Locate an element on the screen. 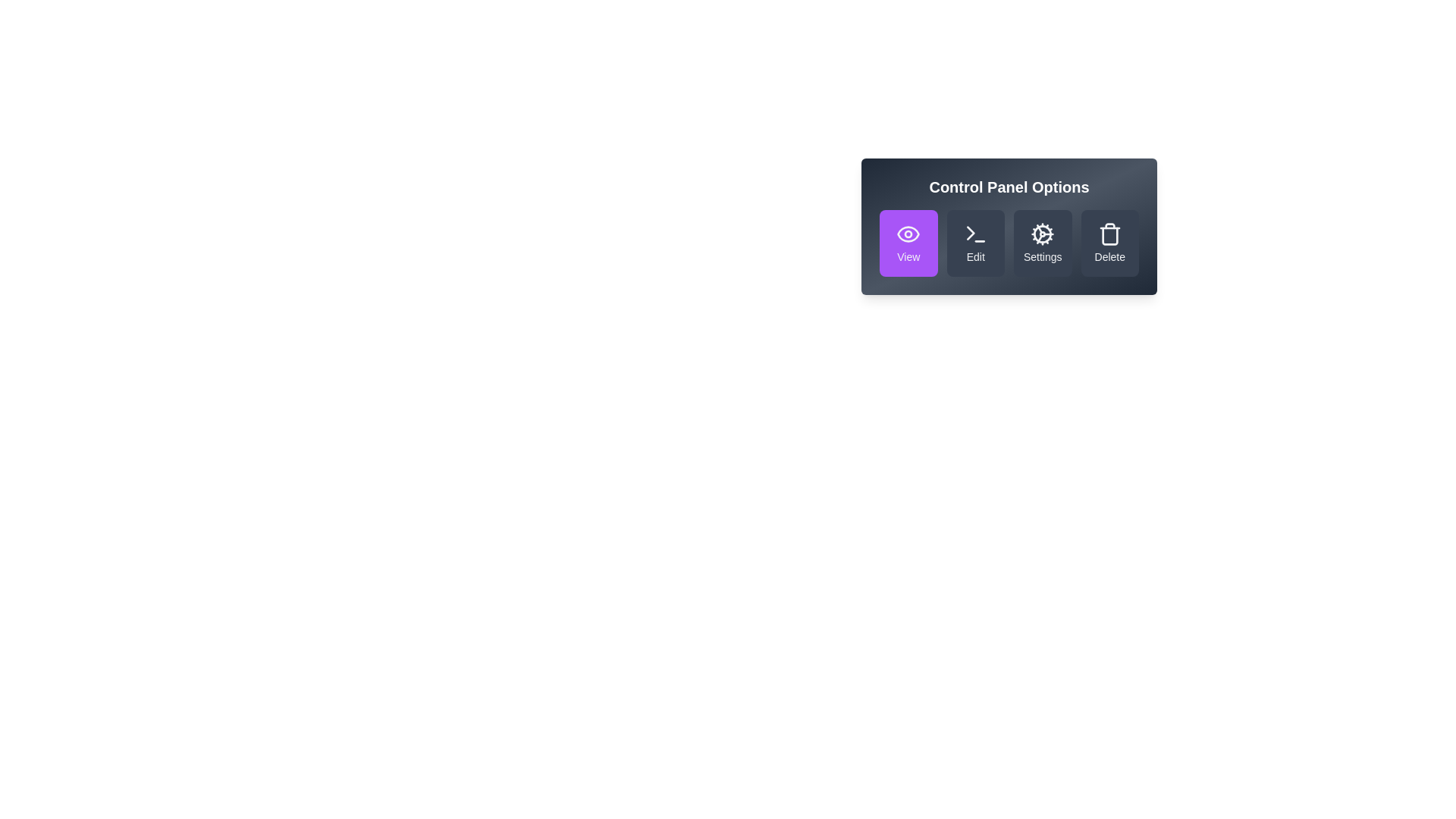 Image resolution: width=1456 pixels, height=819 pixels. the stylized eye icon located in the leftmost button of the horizontal menu, which contains options such as View, Edit, Settings, and Delete is located at coordinates (908, 234).